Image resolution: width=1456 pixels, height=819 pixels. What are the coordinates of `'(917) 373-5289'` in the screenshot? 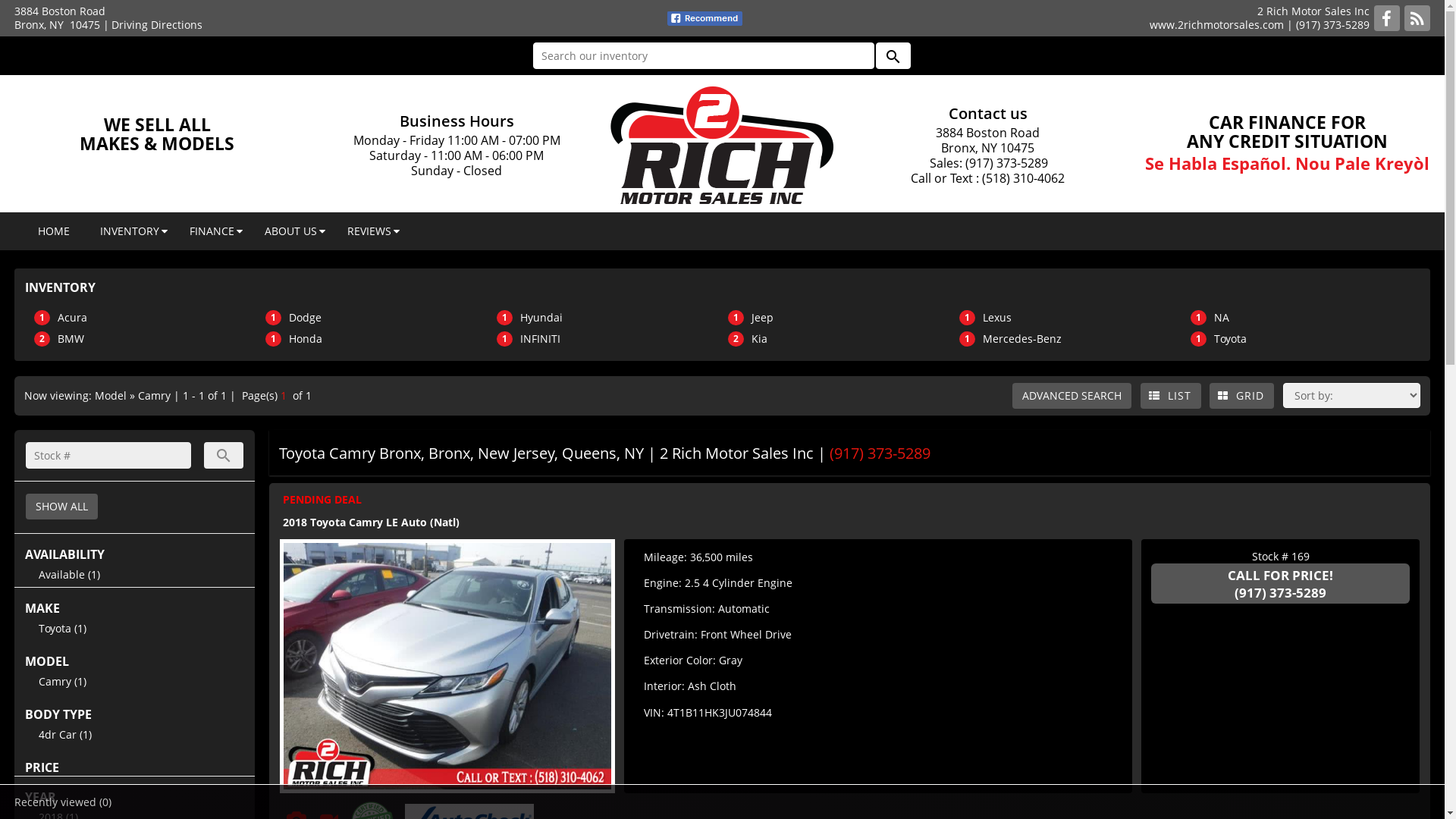 It's located at (1332, 24).